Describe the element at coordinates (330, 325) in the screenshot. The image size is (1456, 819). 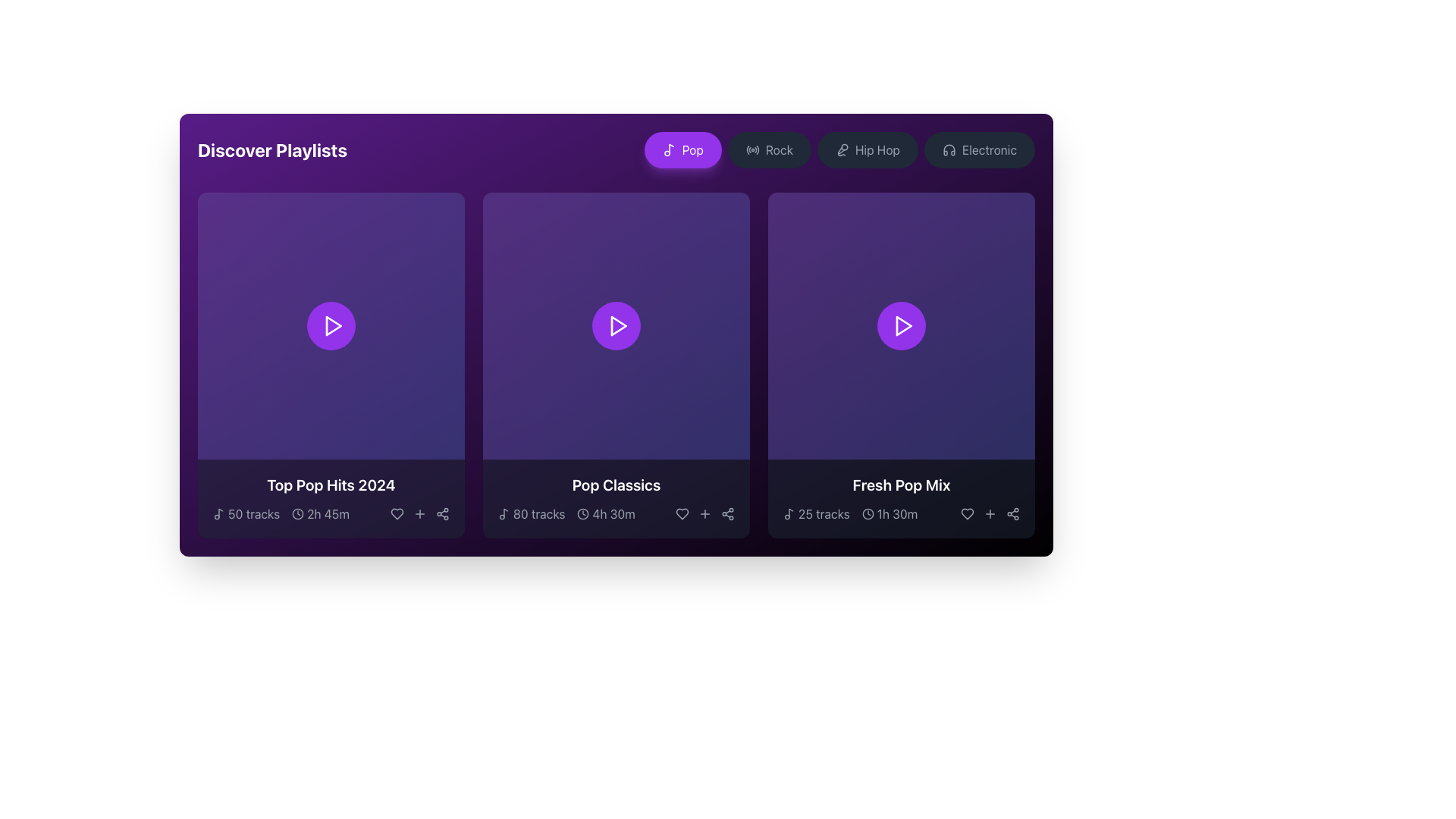
I see `the circular button with a purple background and white play icon located in the upper-middle section of the 'Top Pop Hits 2024' card to trigger hover effects` at that location.